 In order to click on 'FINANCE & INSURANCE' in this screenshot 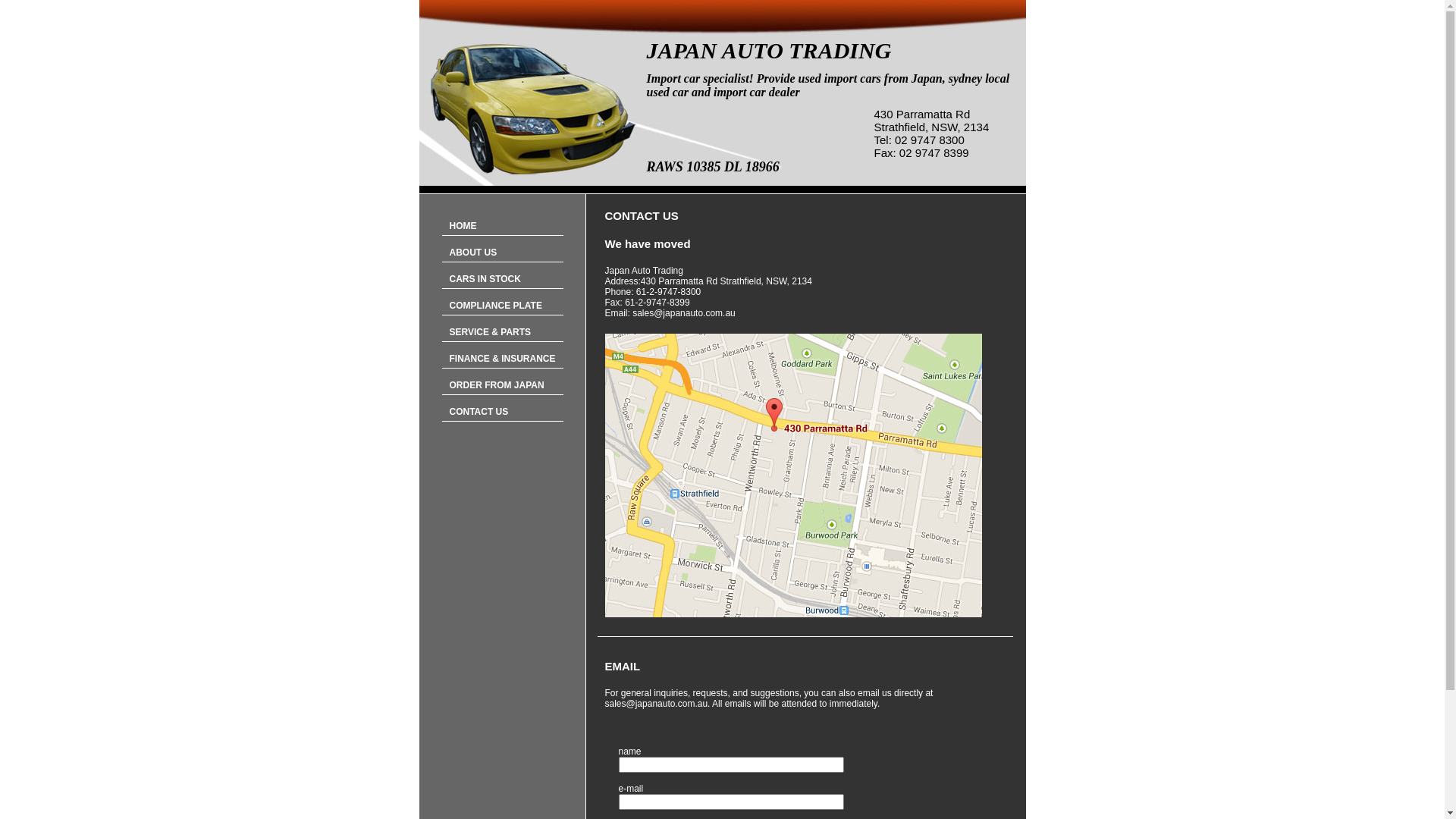, I will do `click(440, 359)`.